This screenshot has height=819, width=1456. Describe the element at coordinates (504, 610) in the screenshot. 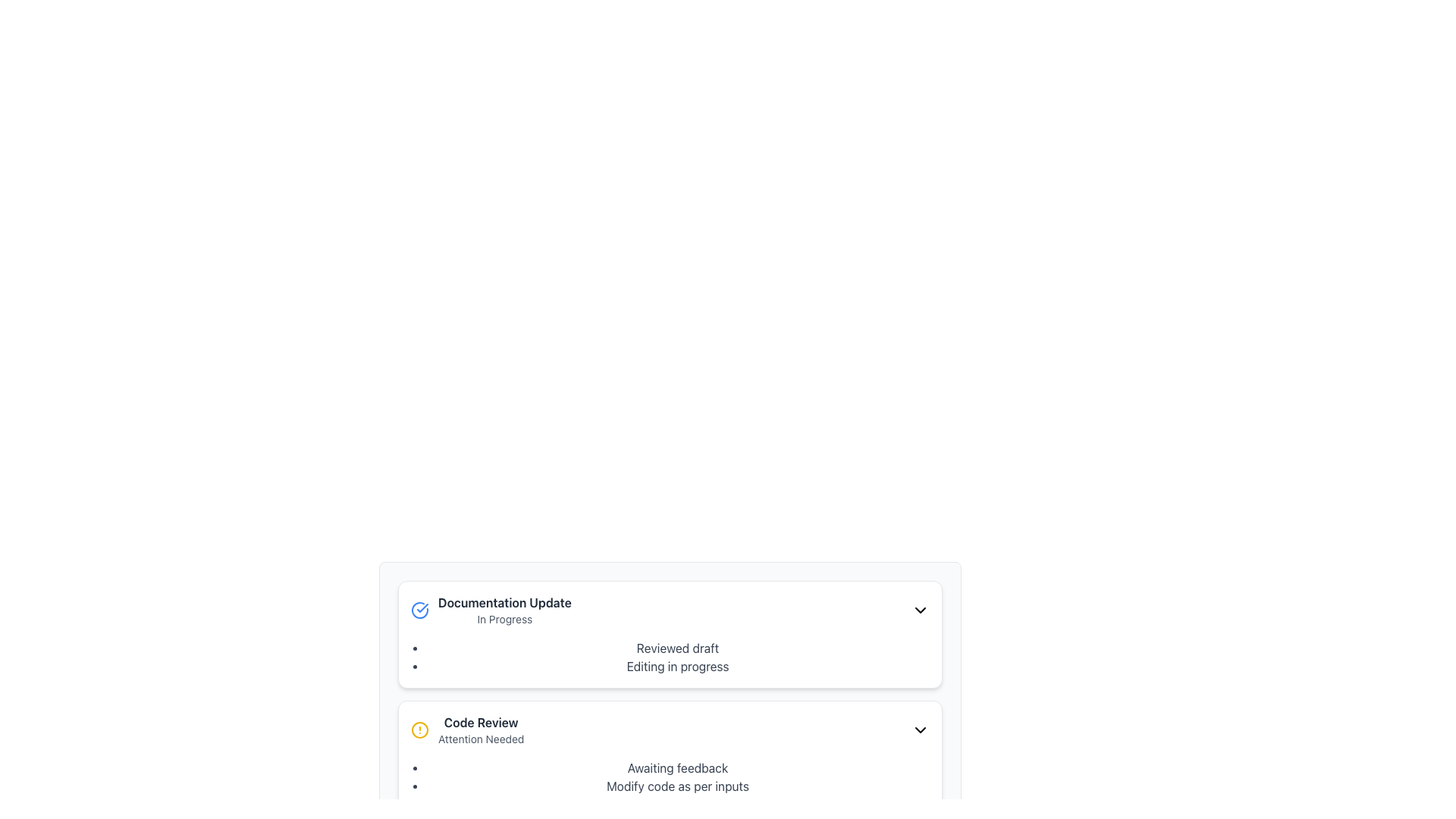

I see `the text label indicating 'Documentation Update' which shows its status as 'In Progress', the first item in the task list` at that location.